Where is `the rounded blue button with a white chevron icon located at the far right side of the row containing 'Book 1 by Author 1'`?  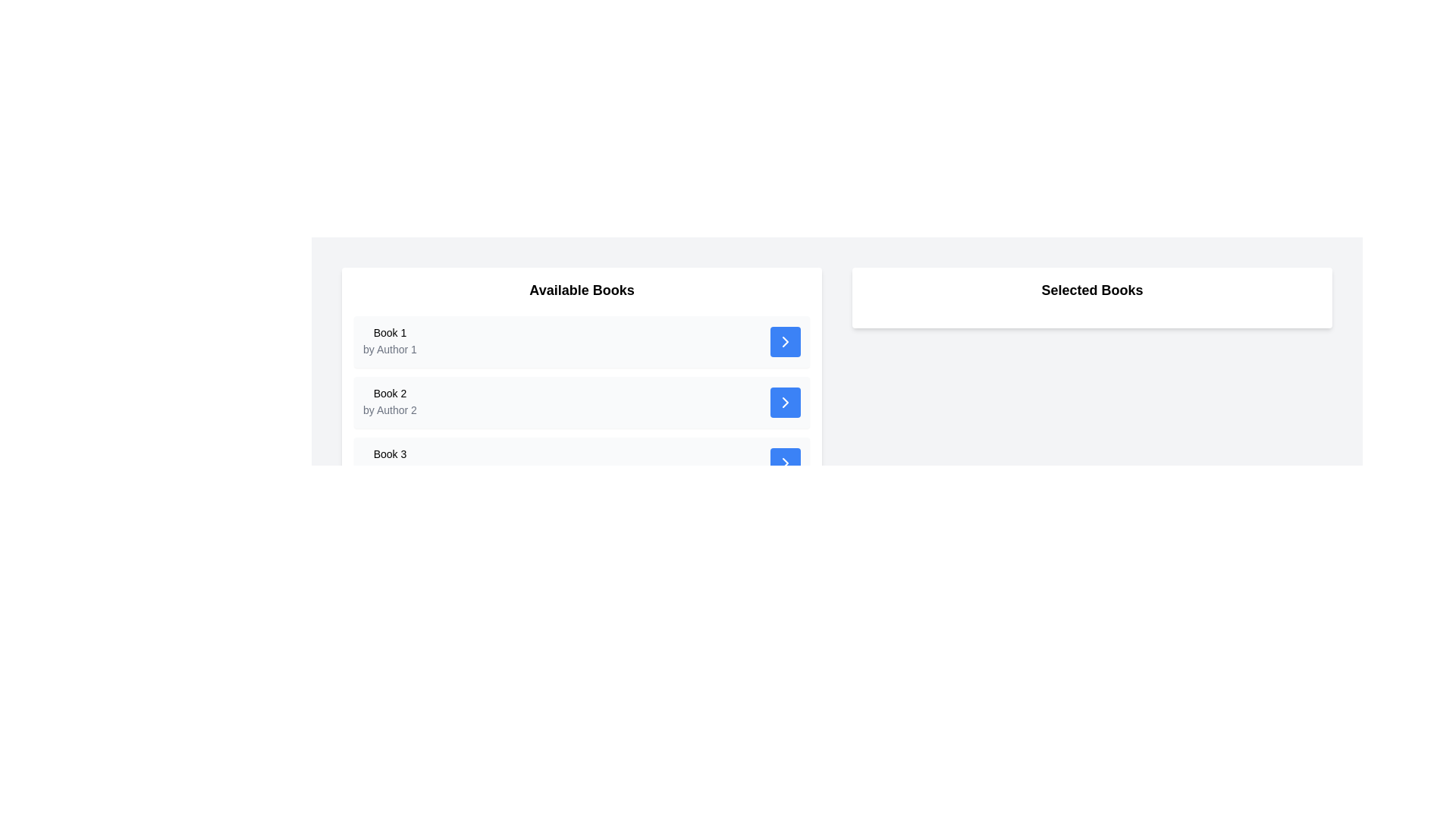
the rounded blue button with a white chevron icon located at the far right side of the row containing 'Book 1 by Author 1' is located at coordinates (786, 342).